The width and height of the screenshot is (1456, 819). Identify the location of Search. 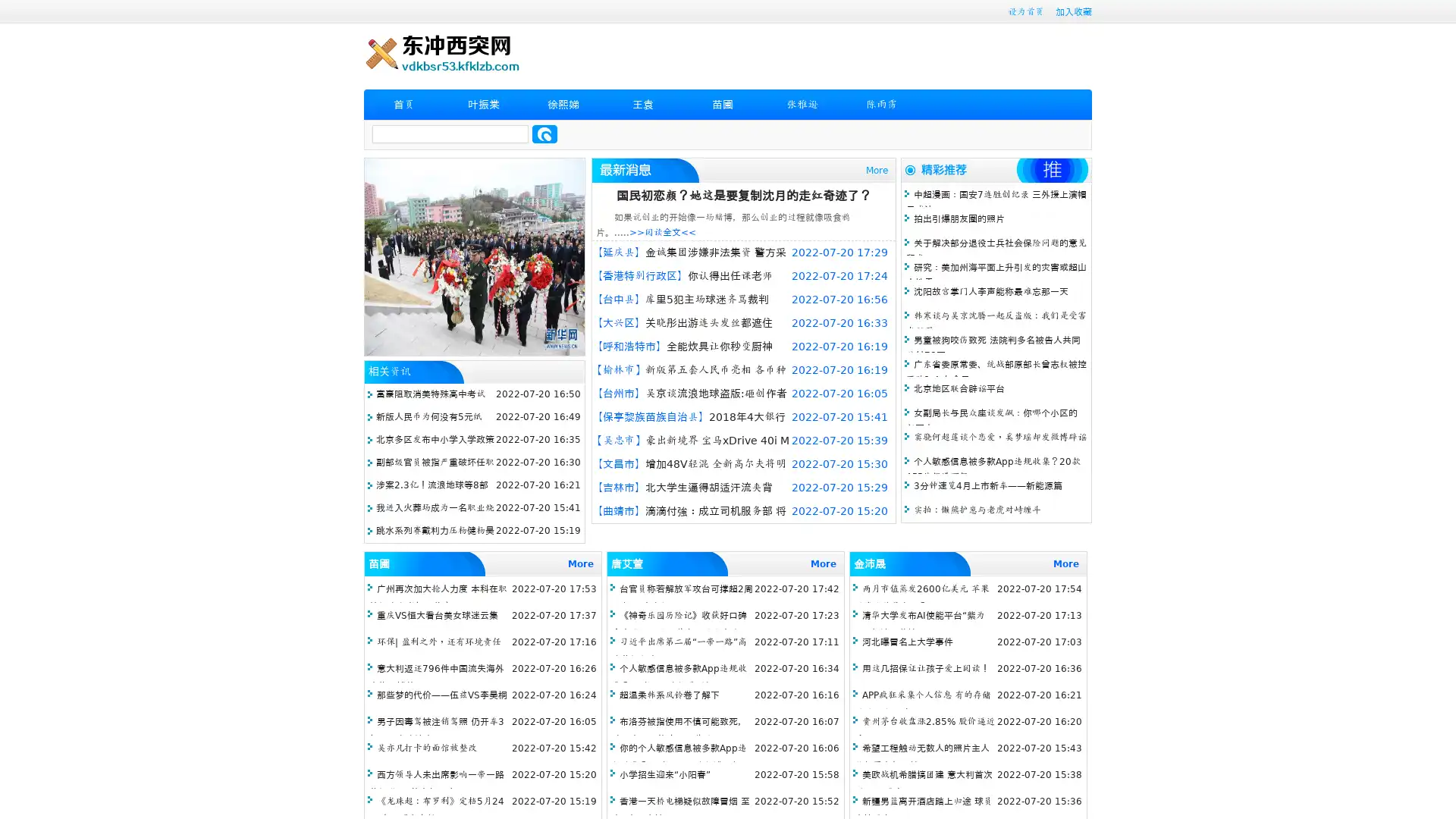
(544, 133).